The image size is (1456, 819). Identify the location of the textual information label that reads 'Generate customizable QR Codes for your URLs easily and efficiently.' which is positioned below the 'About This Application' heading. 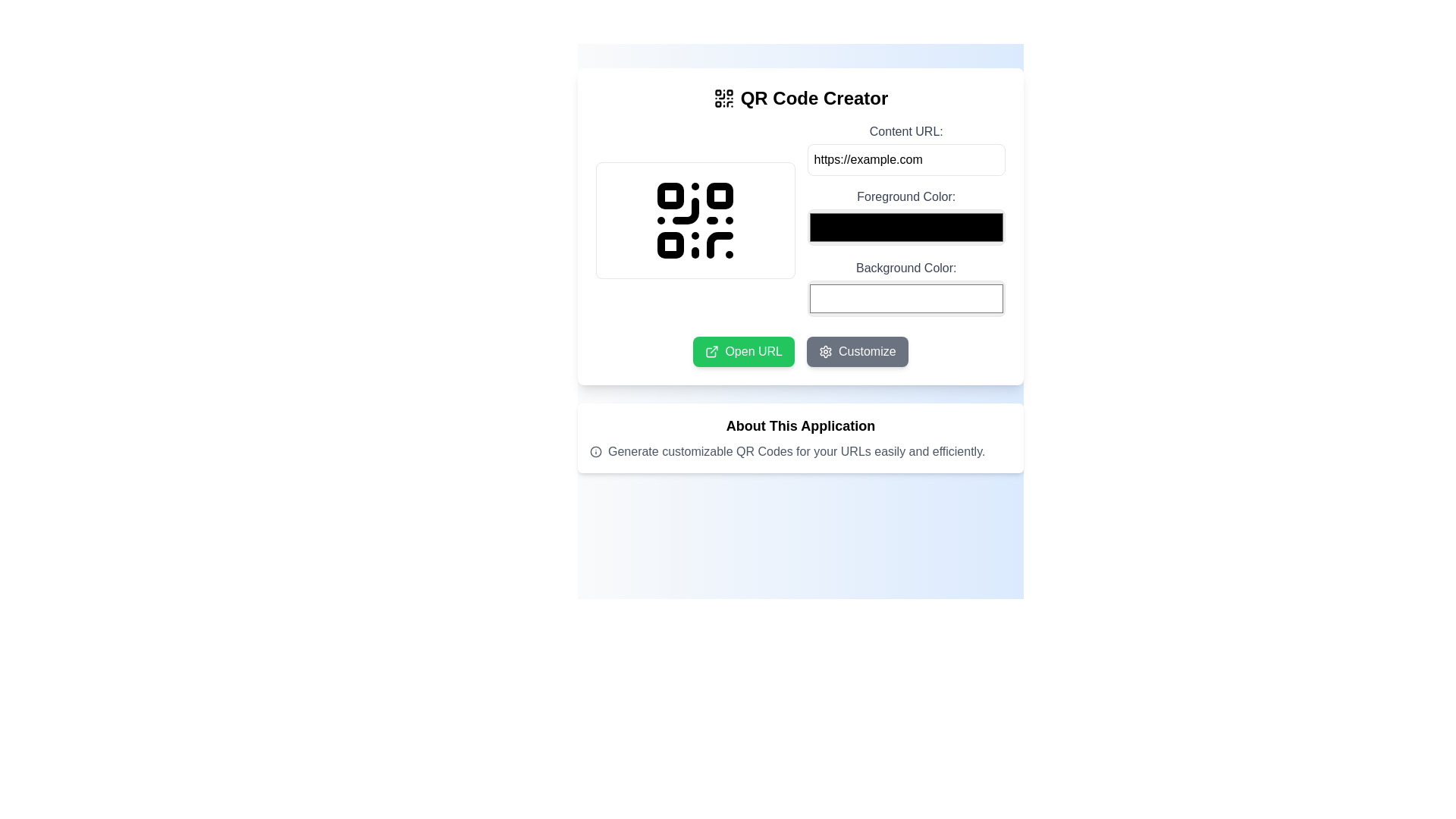
(800, 451).